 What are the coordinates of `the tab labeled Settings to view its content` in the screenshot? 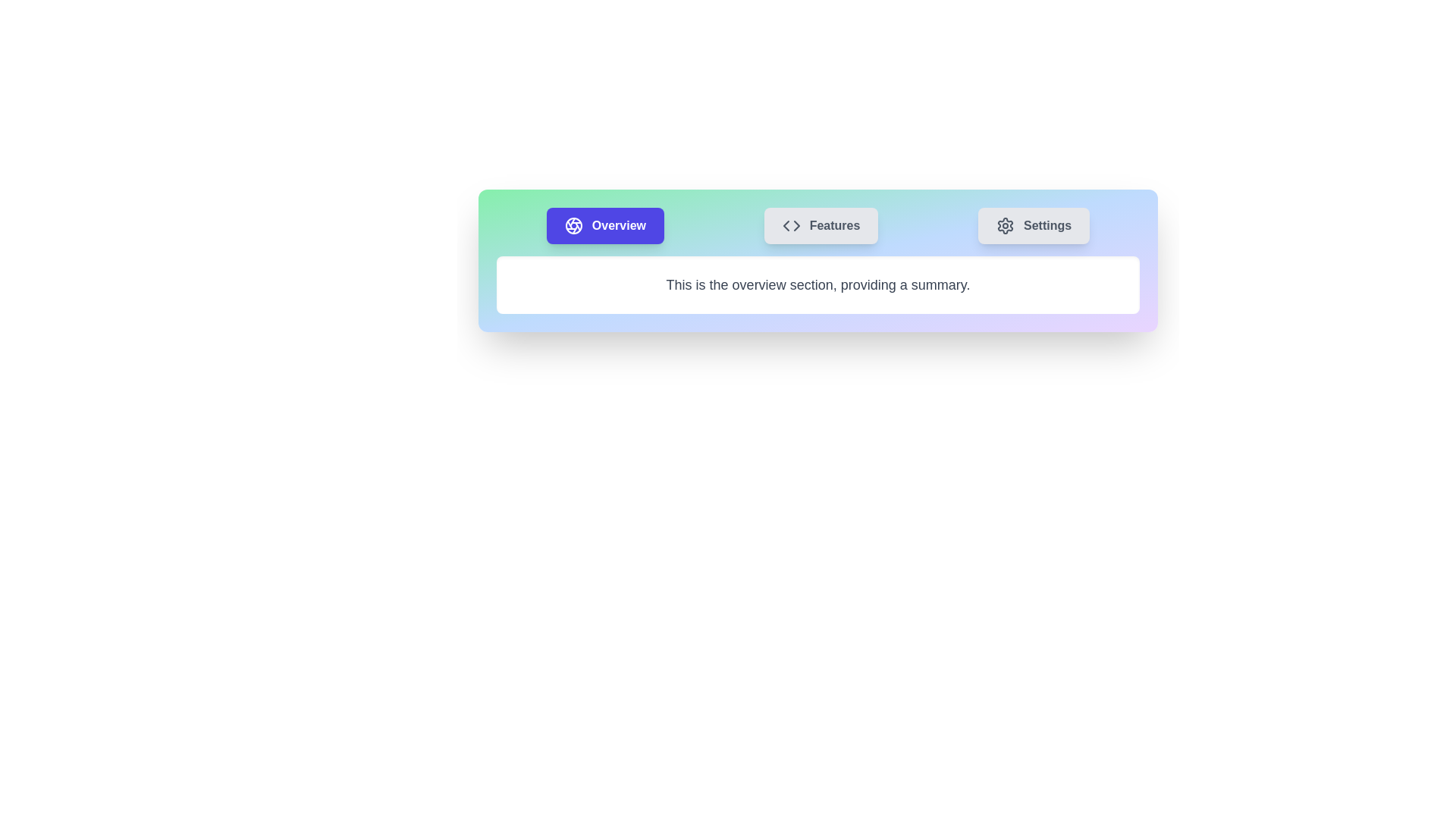 It's located at (1033, 225).